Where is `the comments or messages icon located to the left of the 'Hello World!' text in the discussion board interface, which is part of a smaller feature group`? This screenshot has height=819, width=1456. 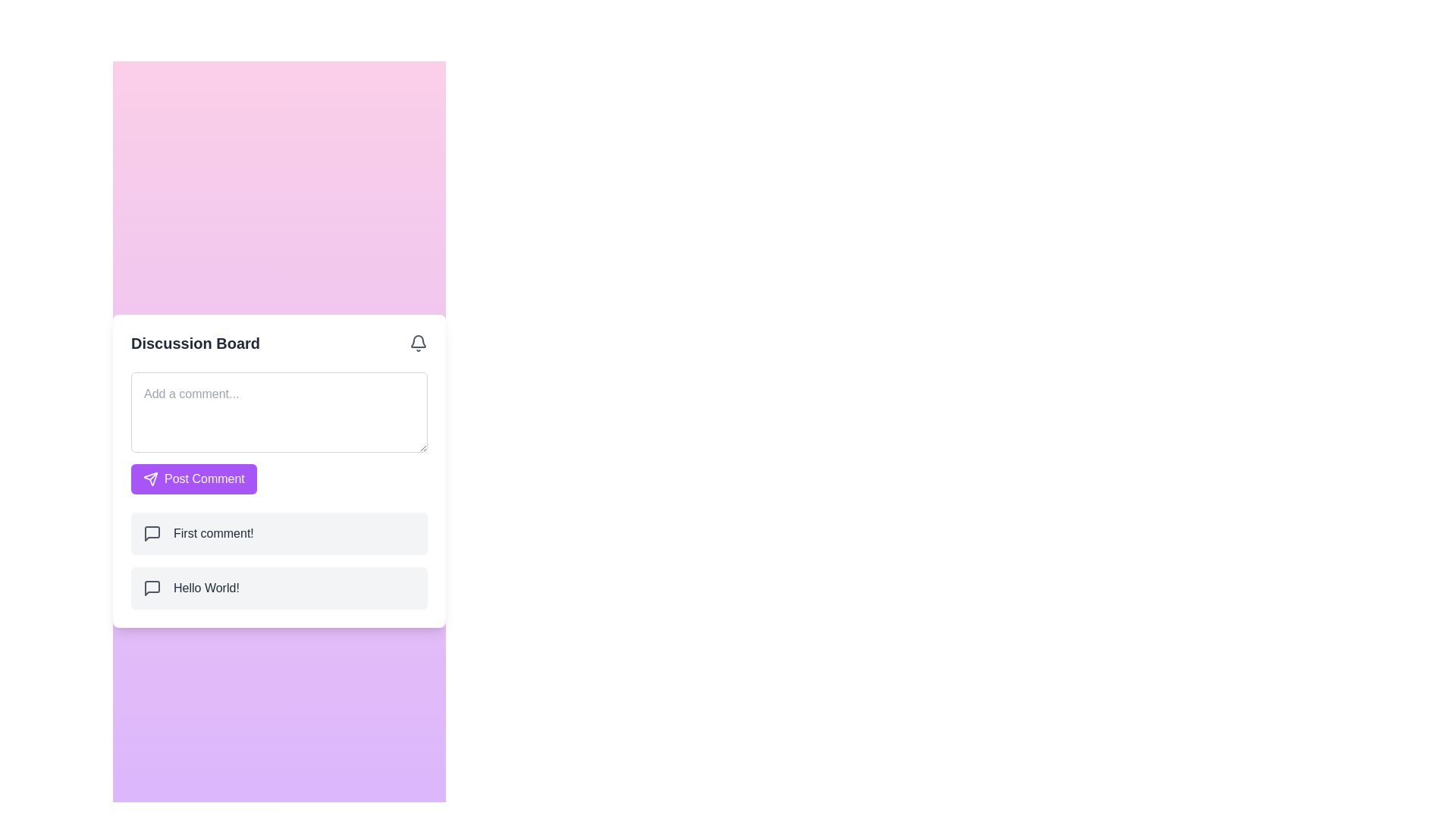 the comments or messages icon located to the left of the 'Hello World!' text in the discussion board interface, which is part of a smaller feature group is located at coordinates (152, 587).